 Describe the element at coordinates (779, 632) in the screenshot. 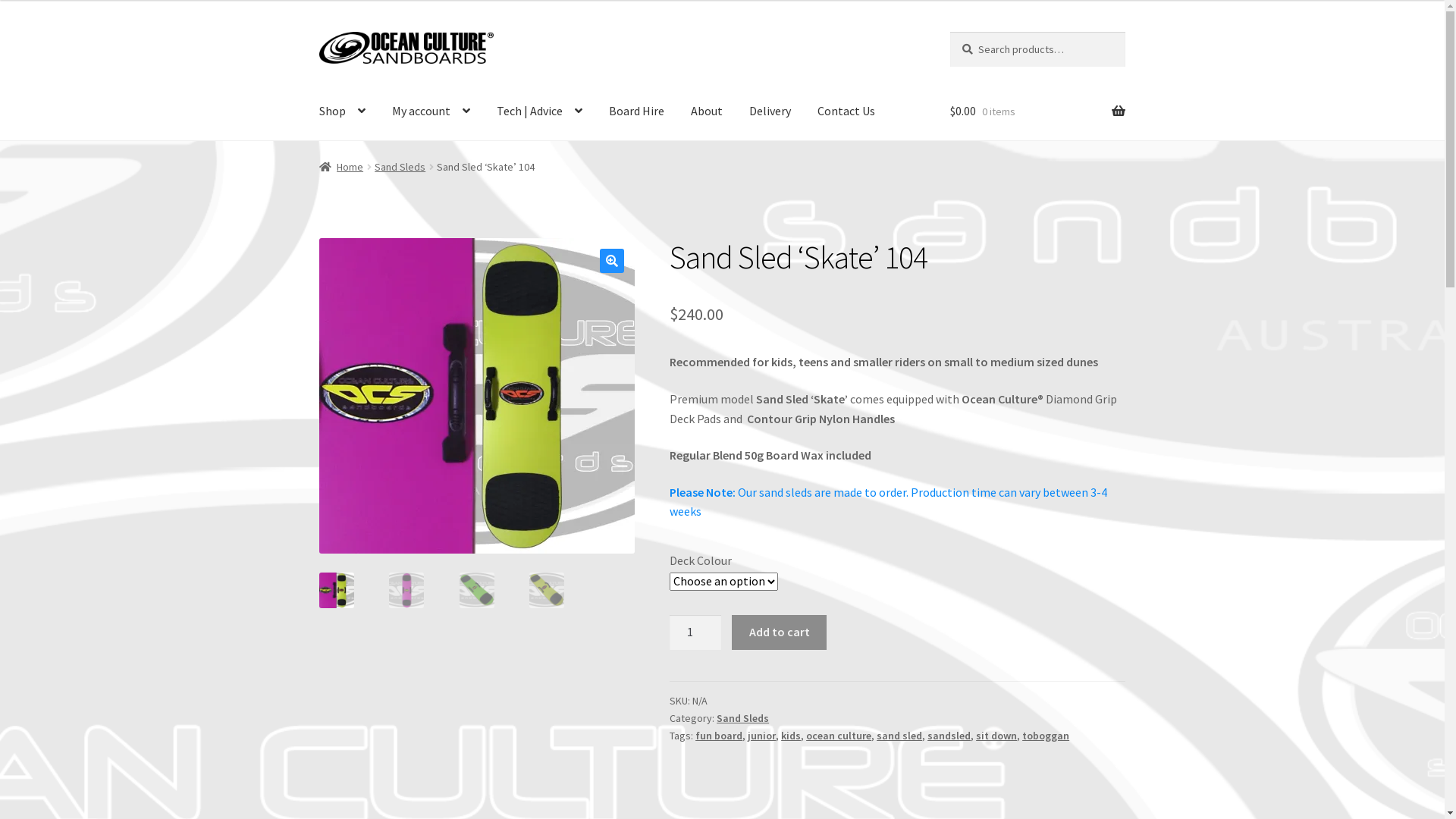

I see `'Add to cart'` at that location.